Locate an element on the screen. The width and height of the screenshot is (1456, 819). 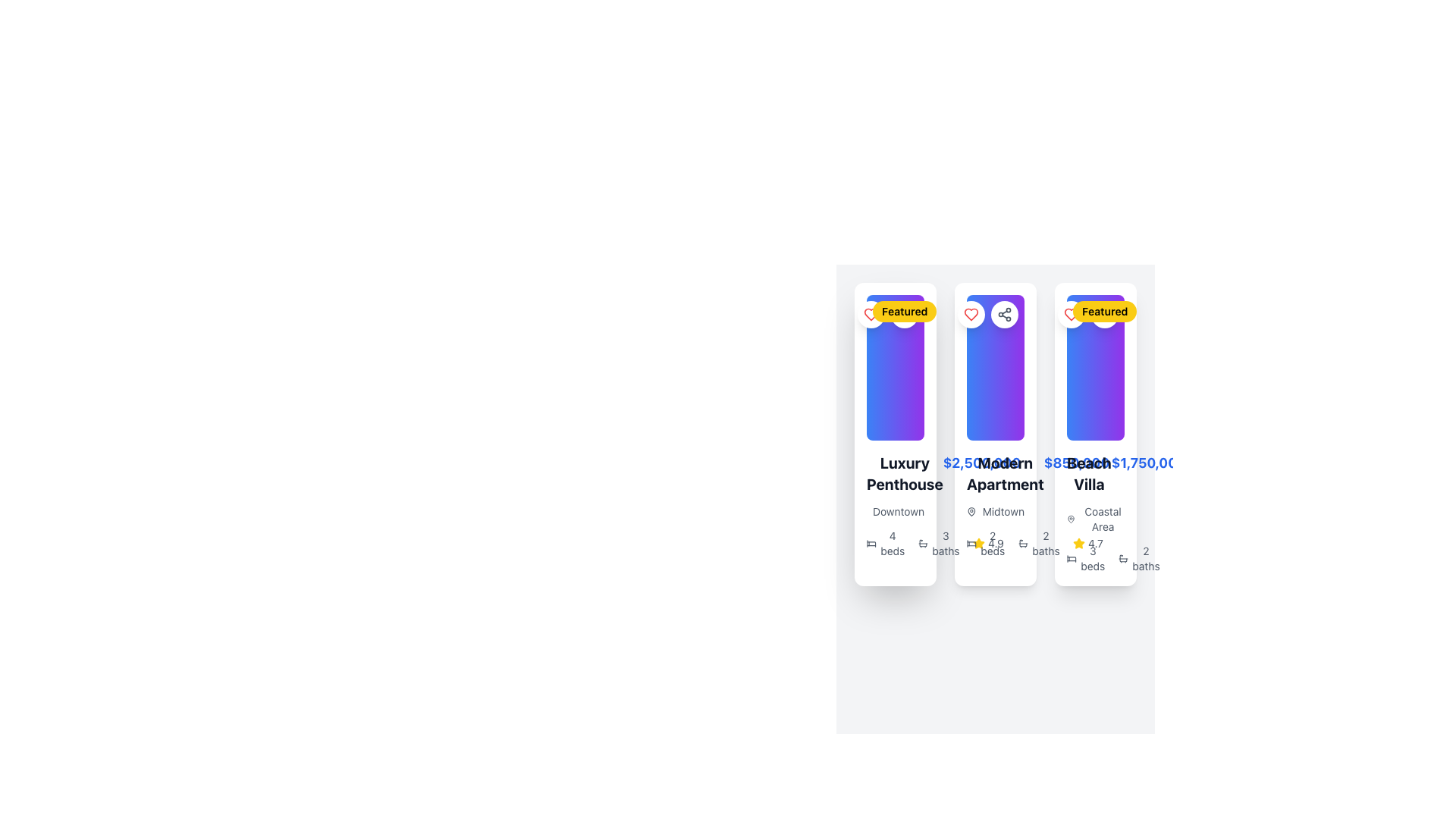
the like button with a heart icon located at the top-right corner of the 'Modern Apartment' card is located at coordinates (971, 314).